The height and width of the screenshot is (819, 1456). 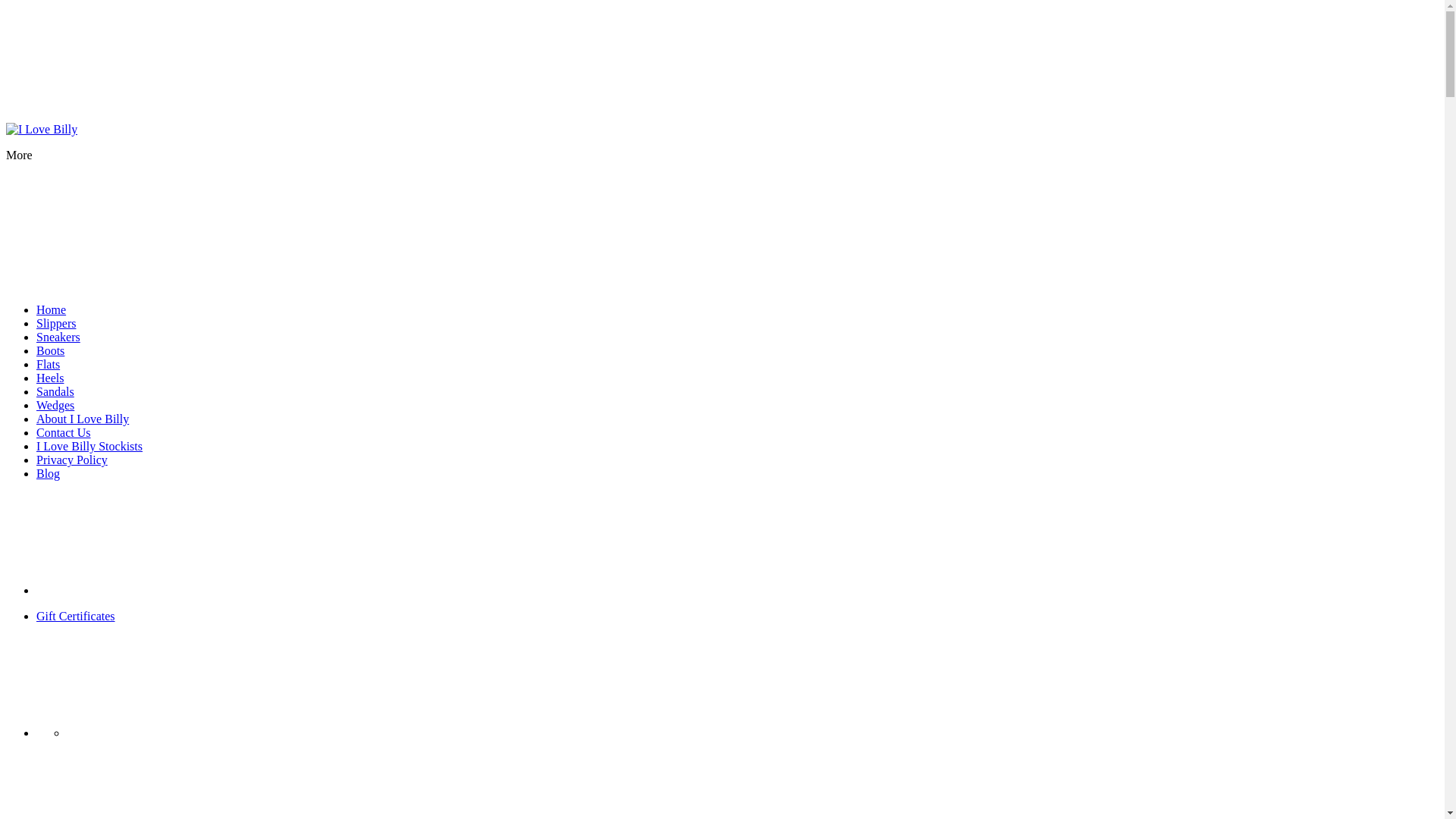 I want to click on 'About I Love Billy', so click(x=82, y=419).